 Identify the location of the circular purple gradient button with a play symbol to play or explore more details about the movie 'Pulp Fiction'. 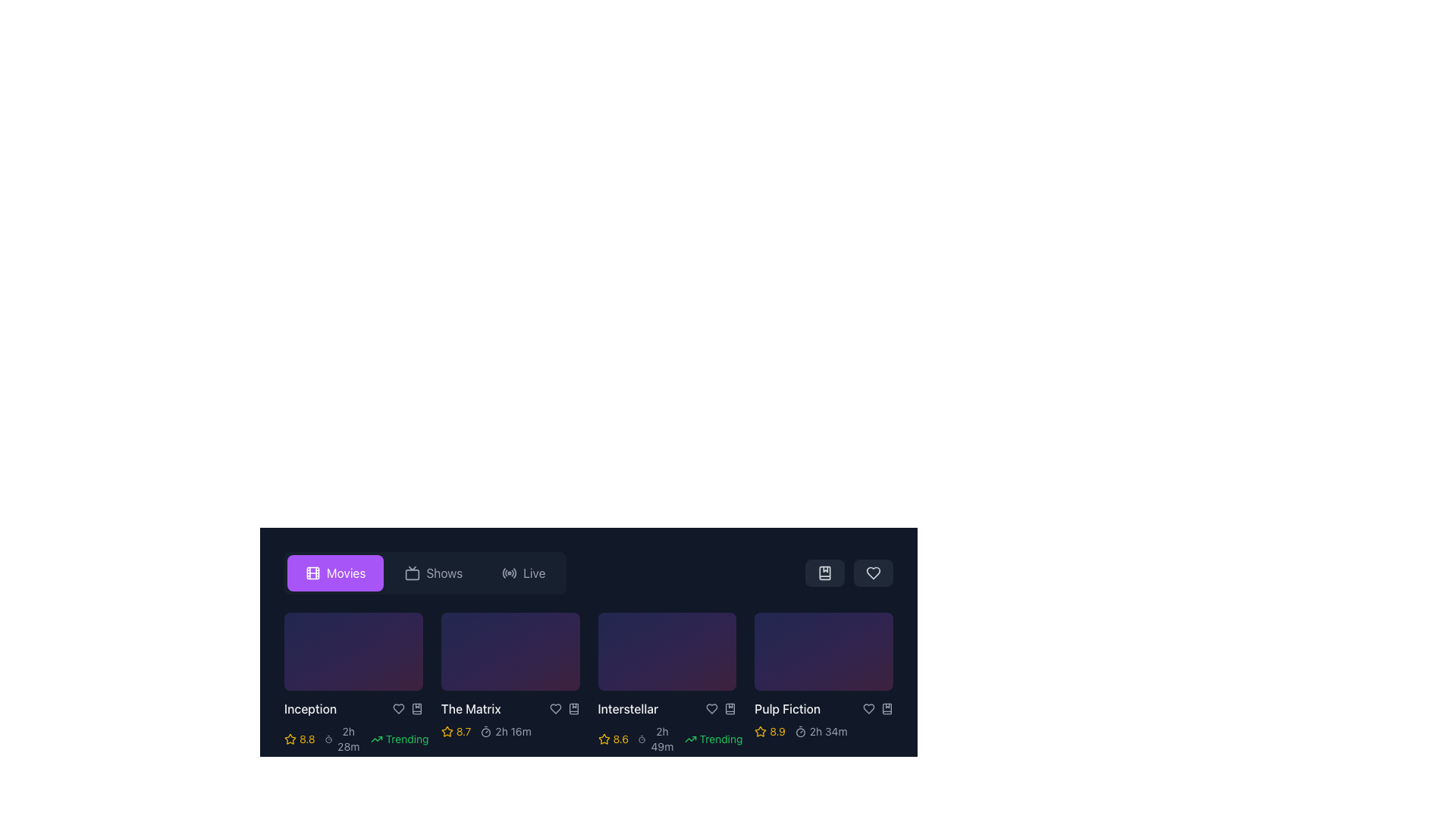
(823, 683).